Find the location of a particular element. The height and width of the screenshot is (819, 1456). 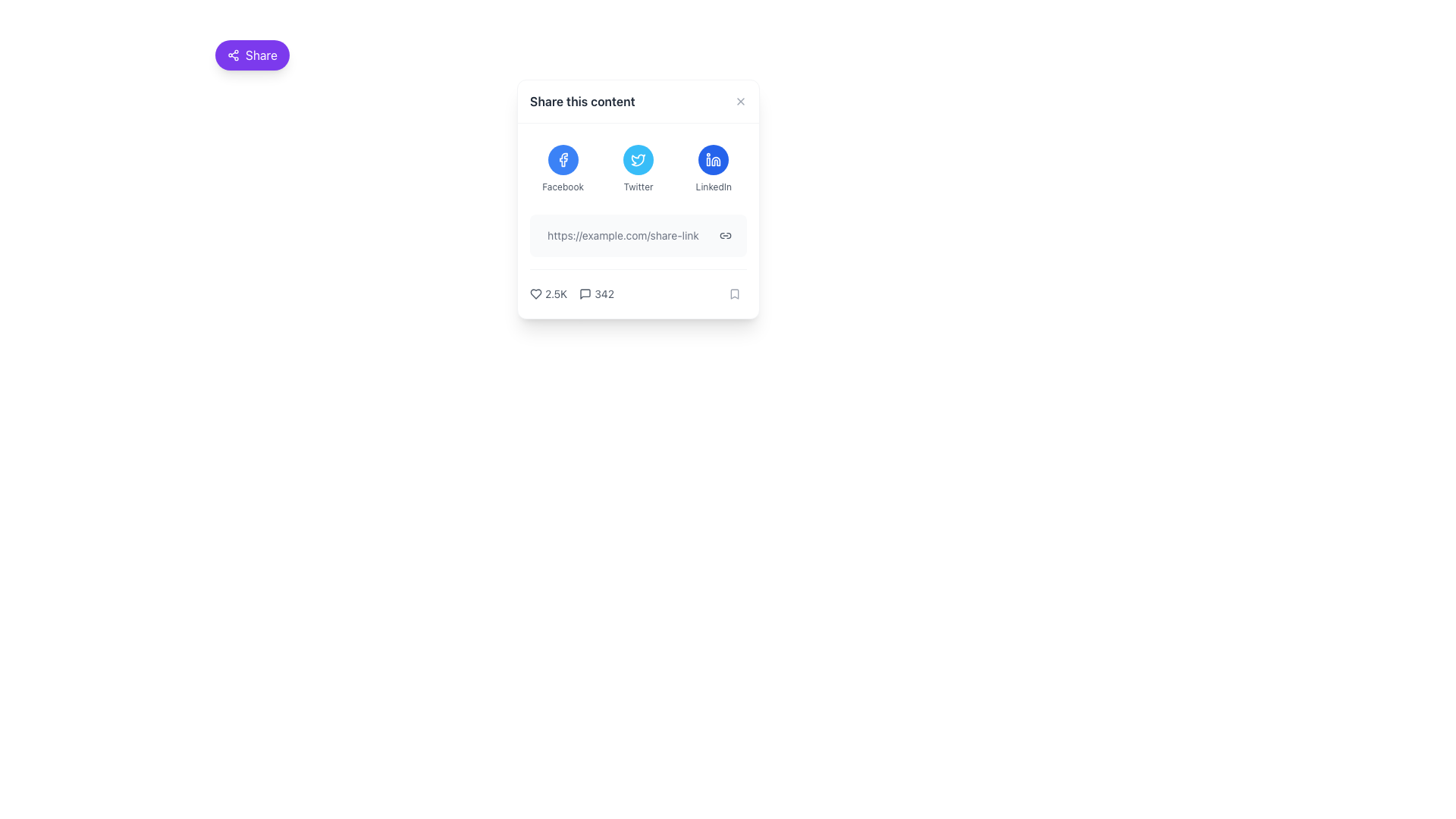

the numeric count text indicating the total number of comments ('2.5K') is located at coordinates (596, 294).